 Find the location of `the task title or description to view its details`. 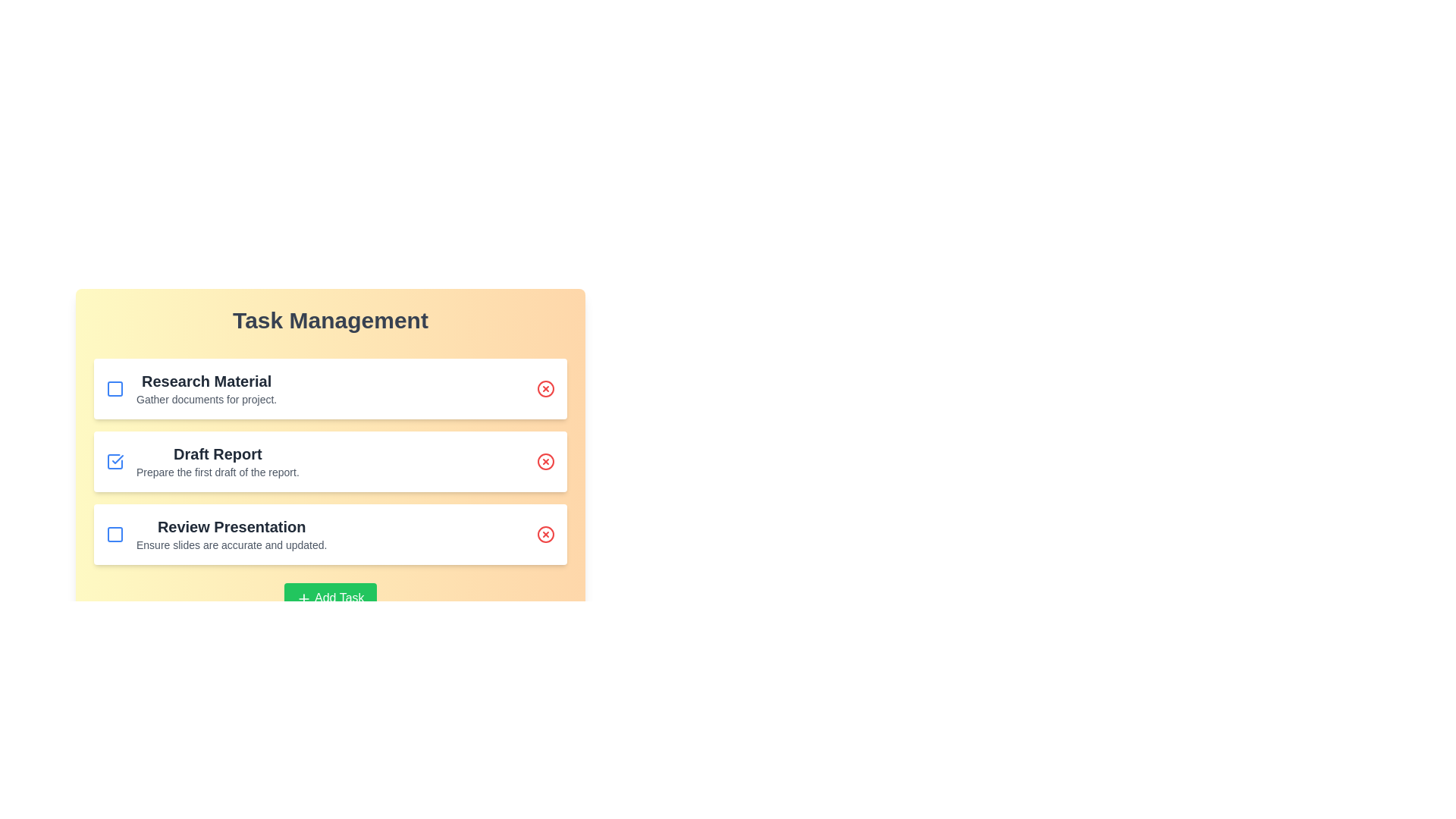

the task title or description to view its details is located at coordinates (206, 380).